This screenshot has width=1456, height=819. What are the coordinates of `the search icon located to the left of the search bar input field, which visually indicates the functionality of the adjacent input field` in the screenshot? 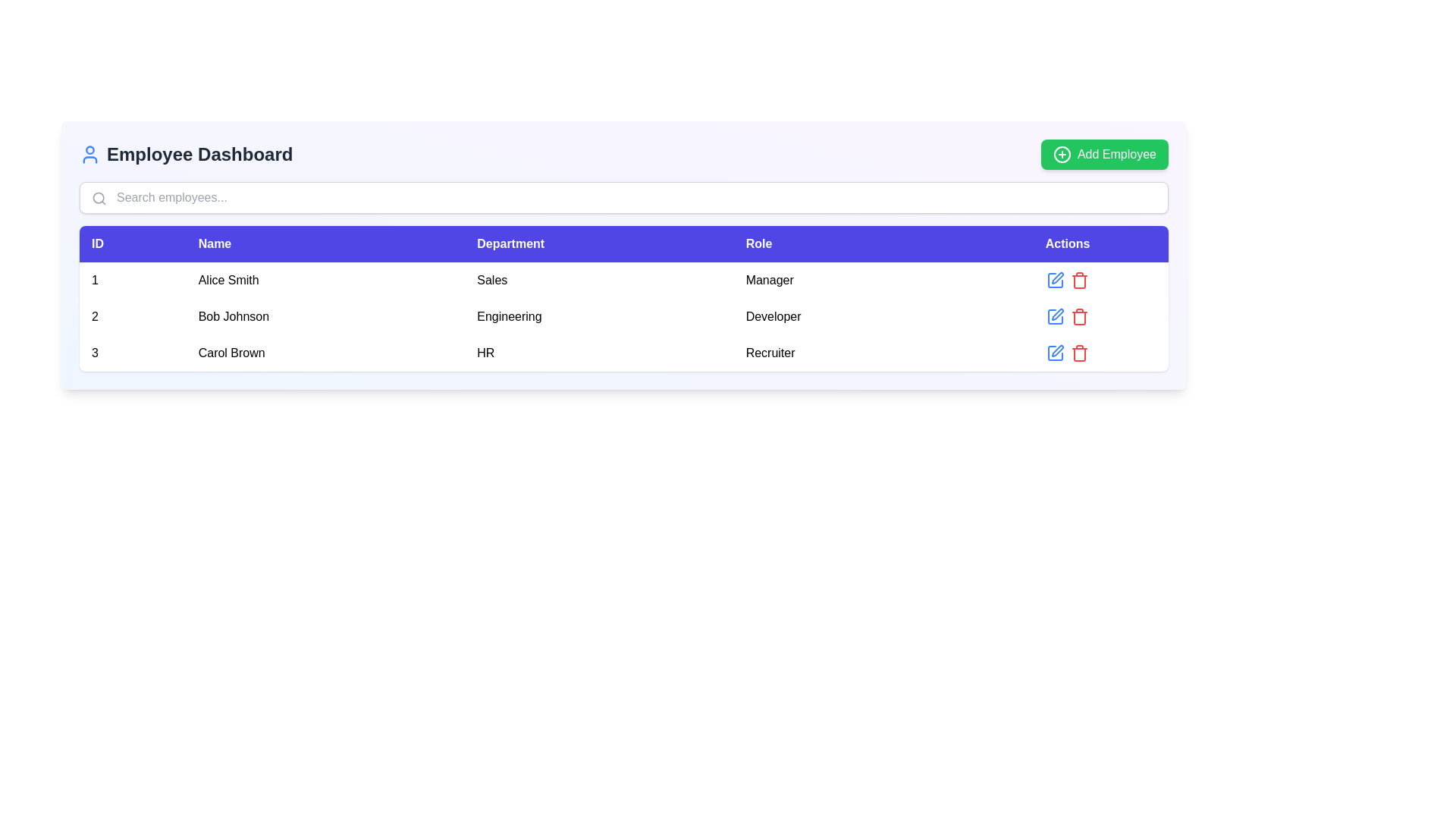 It's located at (98, 198).